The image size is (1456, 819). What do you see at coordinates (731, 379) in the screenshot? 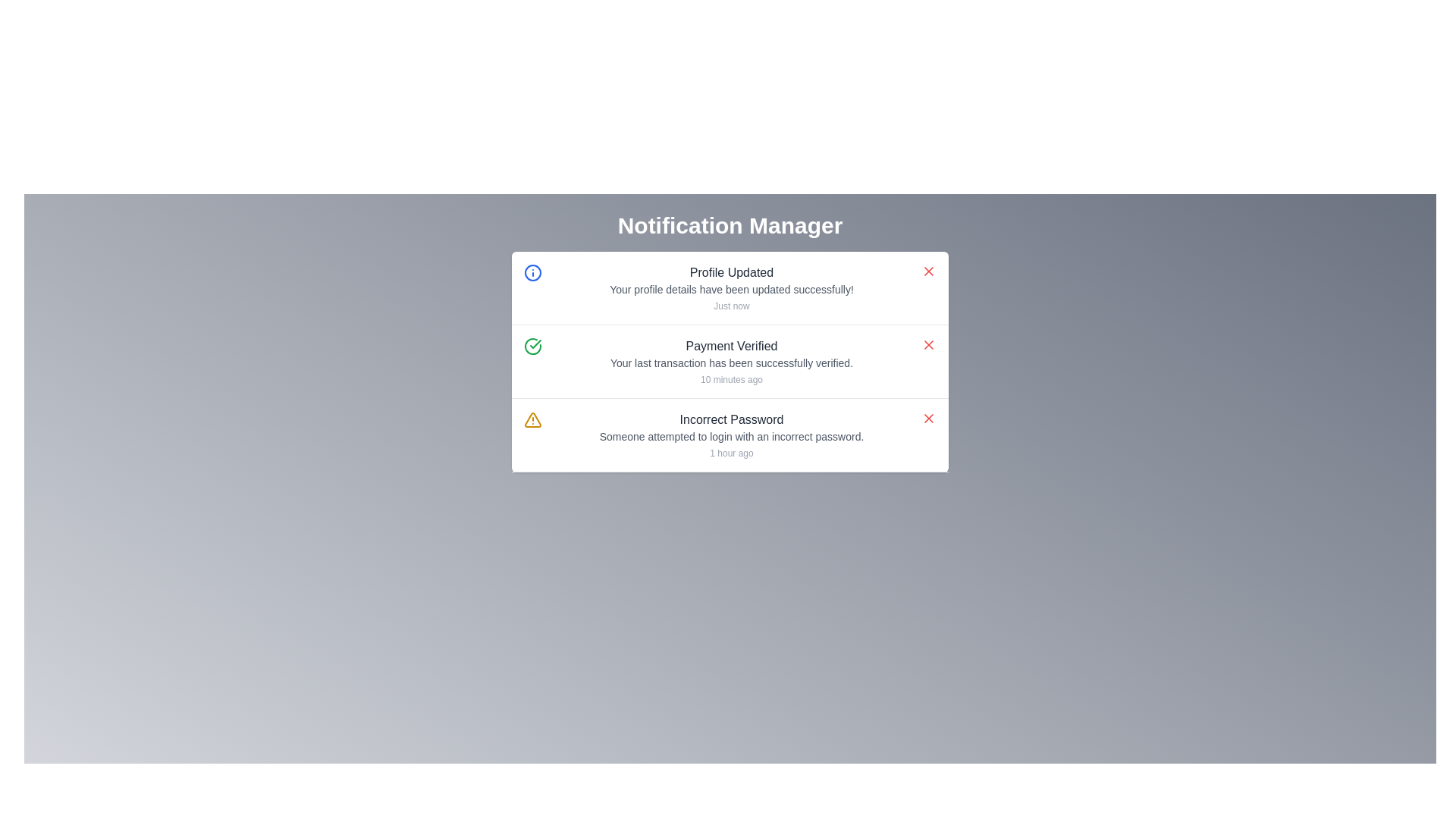
I see `the text label displaying '10 minutes ago', which is styled in gray and located beneath the notification summary in the notification card` at bounding box center [731, 379].